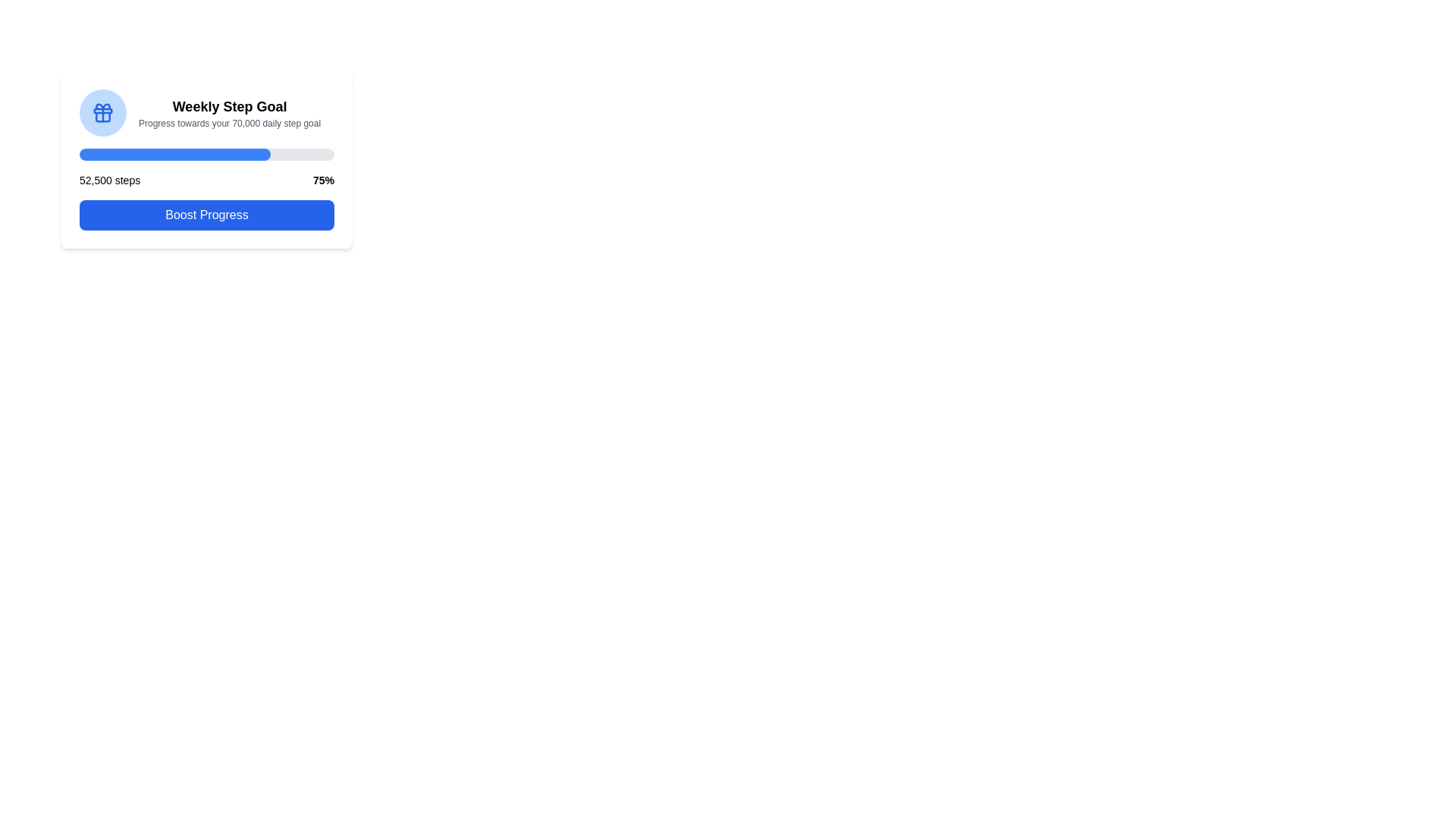 Image resolution: width=1456 pixels, height=819 pixels. I want to click on the text label at the top-center of the card that summarizes the step goal tracking content, so click(228, 106).